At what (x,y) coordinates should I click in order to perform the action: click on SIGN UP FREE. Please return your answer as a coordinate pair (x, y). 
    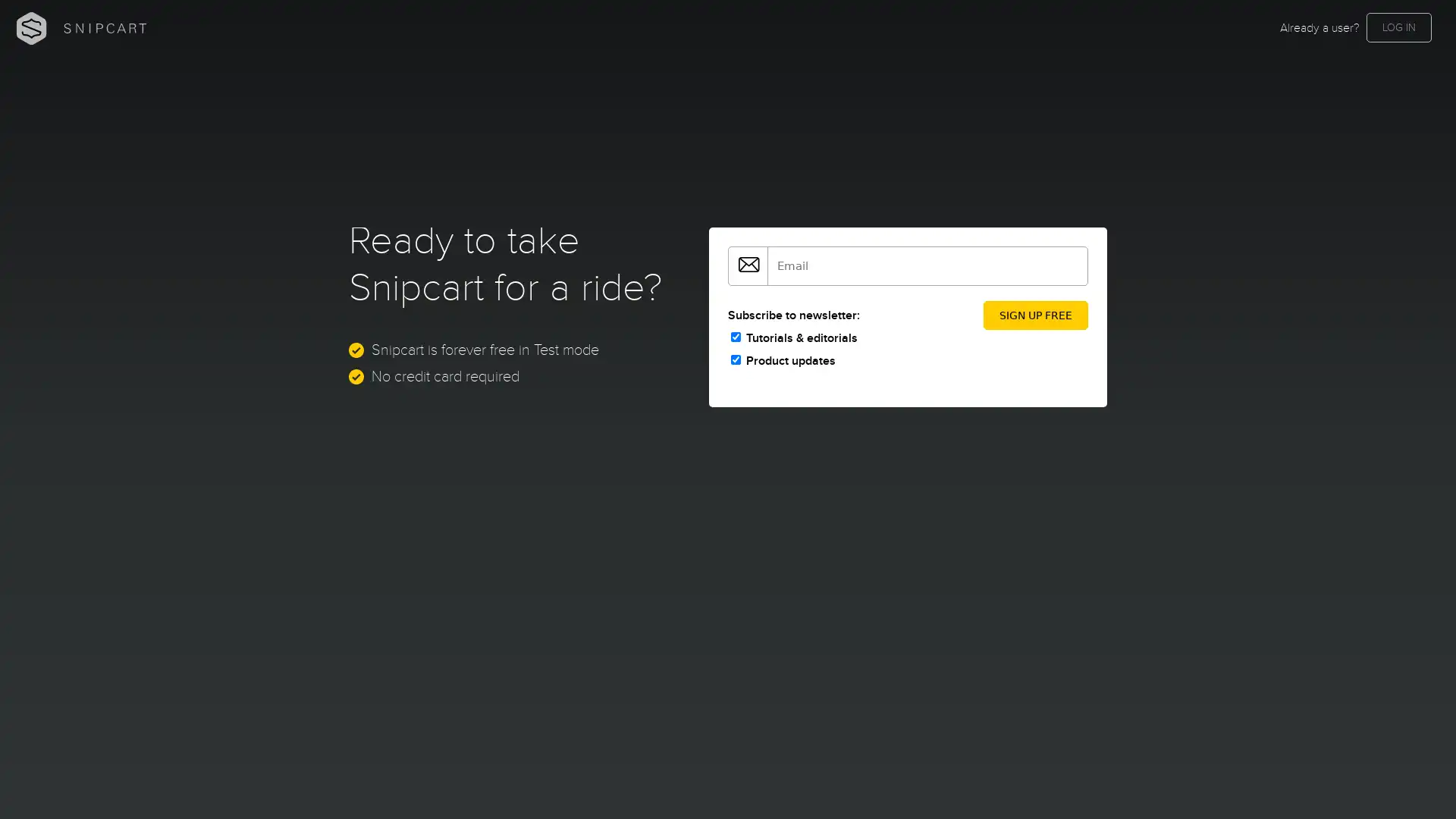
    Looking at the image, I should click on (1025, 315).